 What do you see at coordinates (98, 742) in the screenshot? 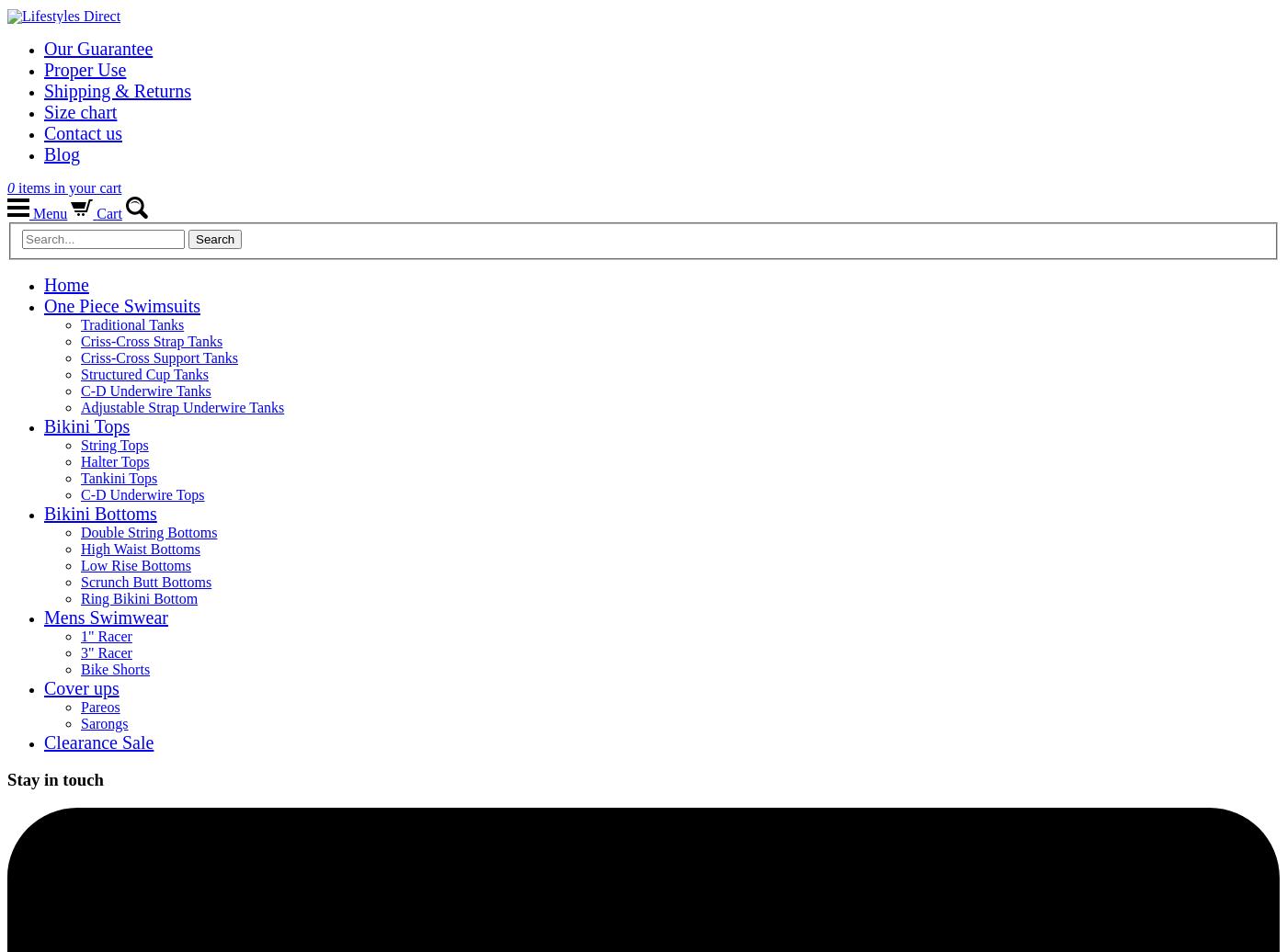
I see `'Clearance Sale'` at bounding box center [98, 742].